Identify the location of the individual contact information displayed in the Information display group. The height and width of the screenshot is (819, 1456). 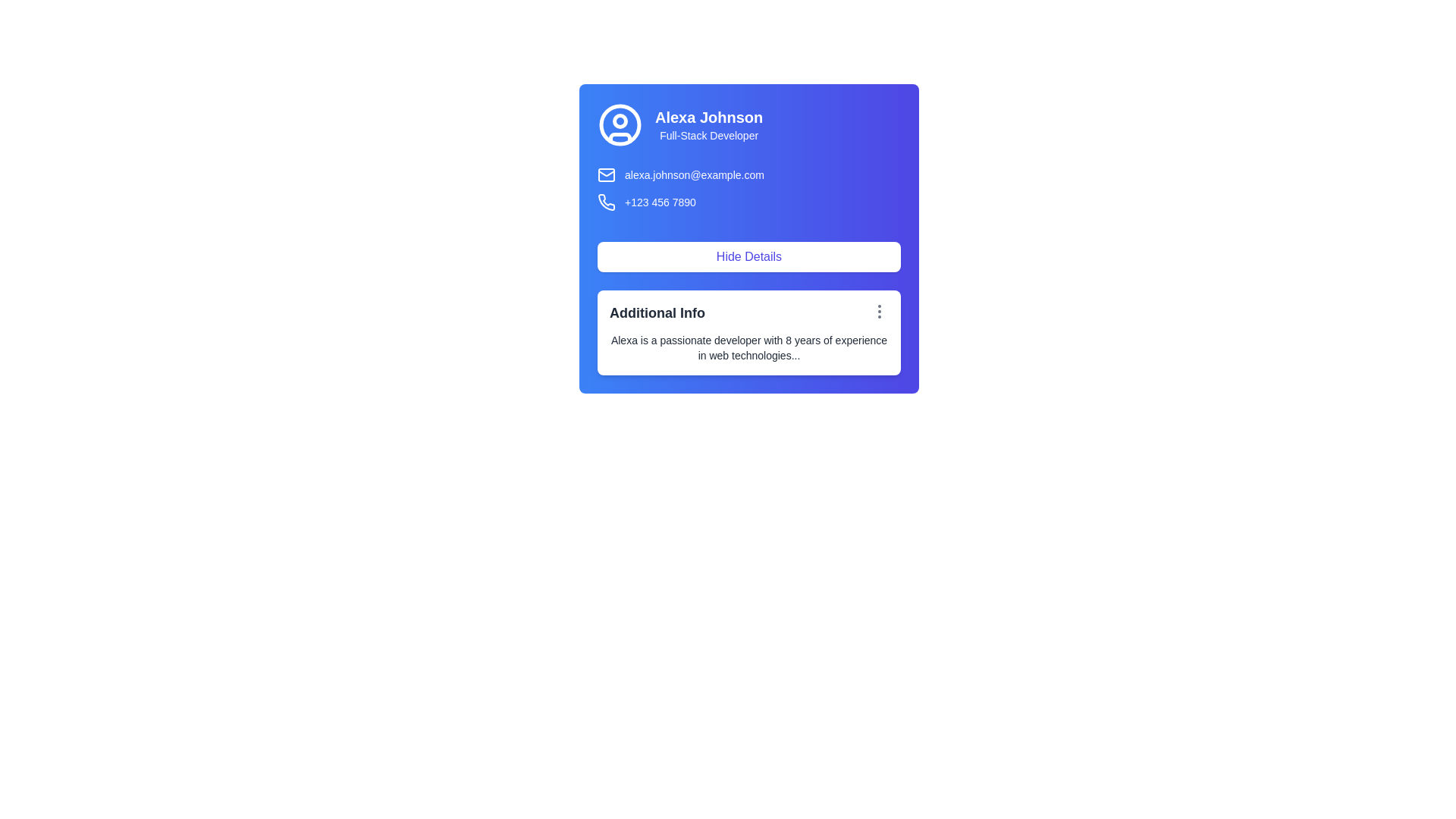
(749, 188).